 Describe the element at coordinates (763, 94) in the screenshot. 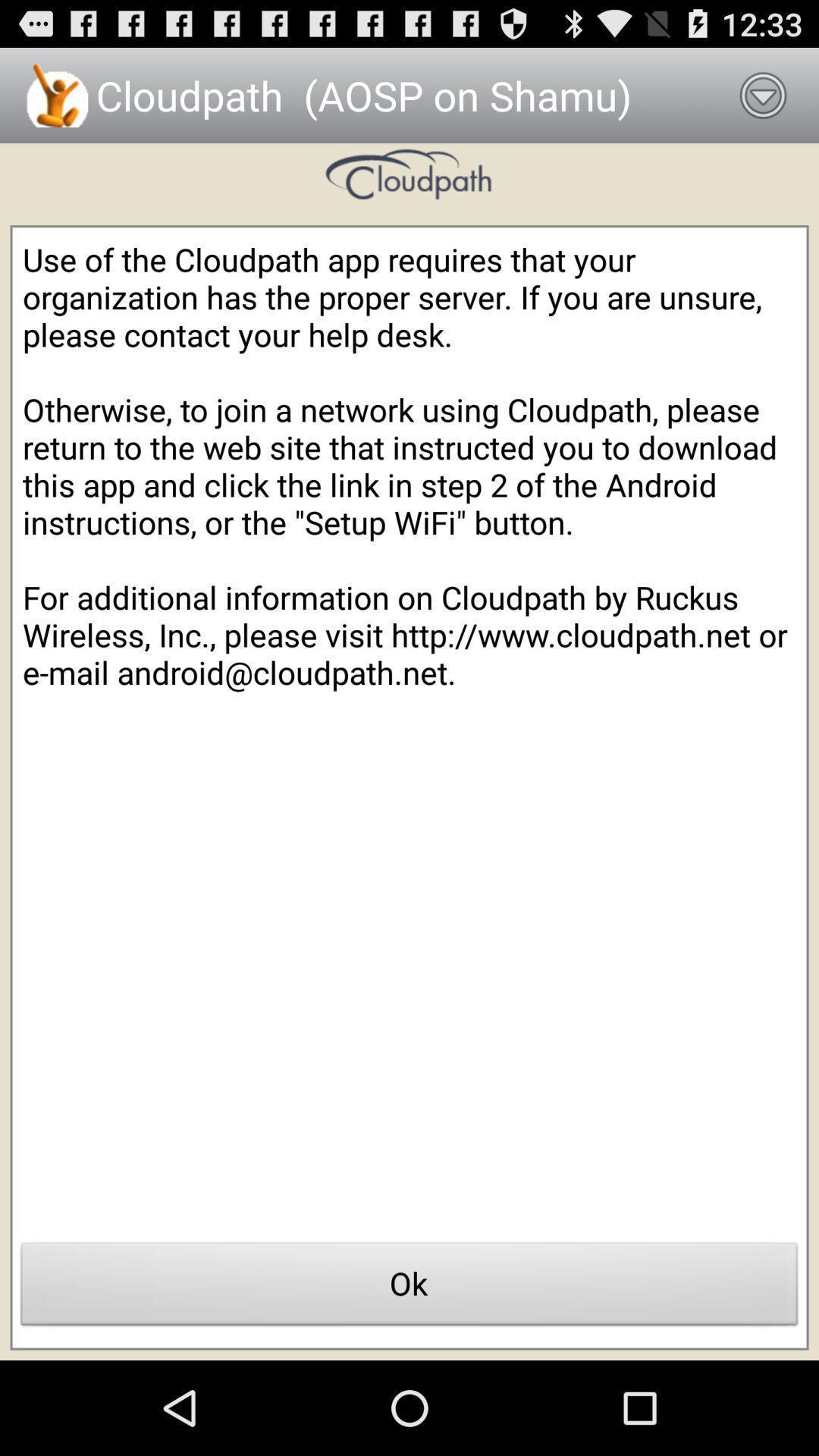

I see `the item next to cloudpath aosp on icon` at that location.